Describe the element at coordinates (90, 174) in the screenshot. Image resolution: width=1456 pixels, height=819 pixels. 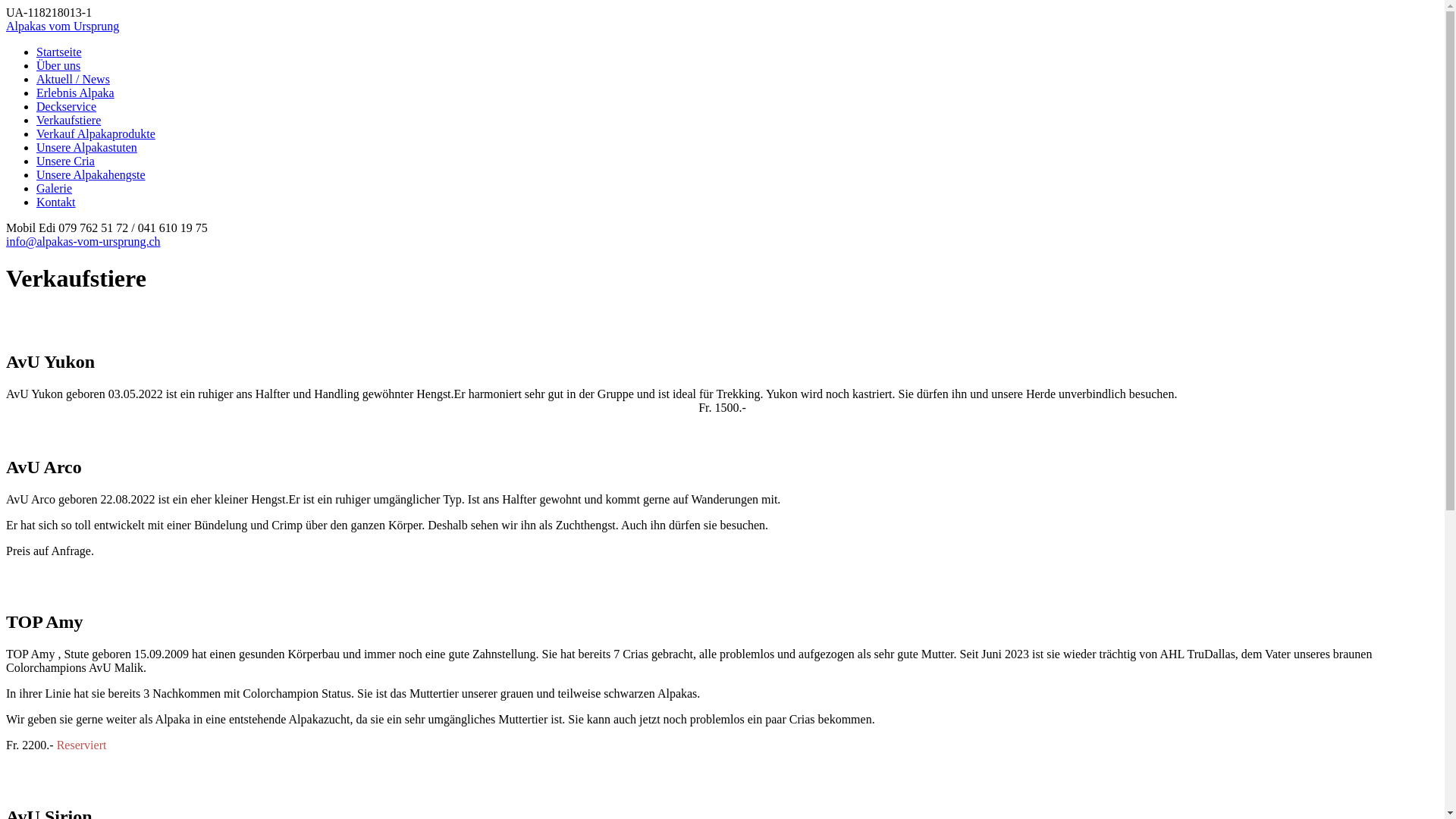
I see `'Unsere Alpakahengste'` at that location.